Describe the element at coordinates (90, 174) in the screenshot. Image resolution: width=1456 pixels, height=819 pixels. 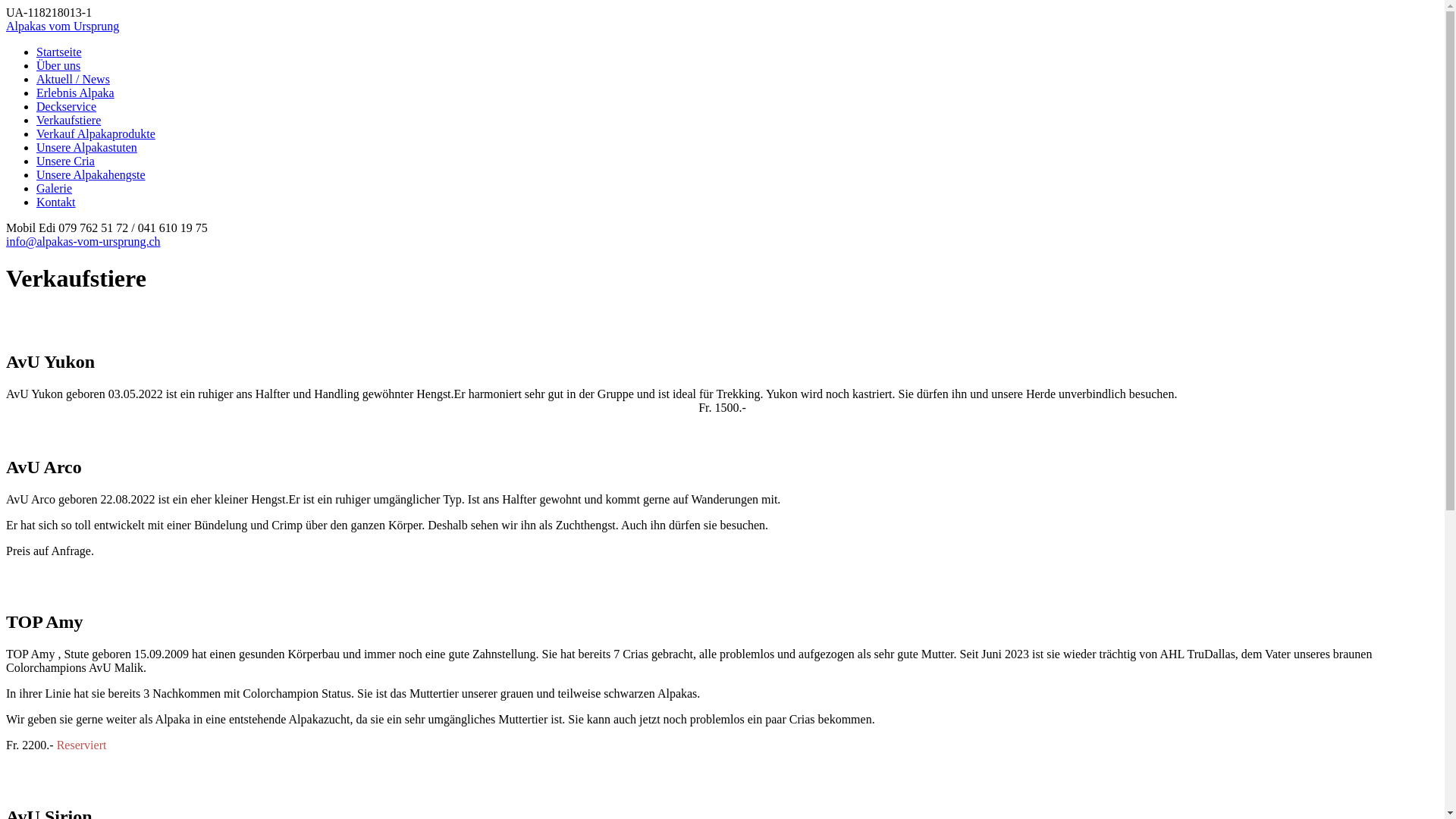
I see `'Unsere Alpakahengste'` at that location.